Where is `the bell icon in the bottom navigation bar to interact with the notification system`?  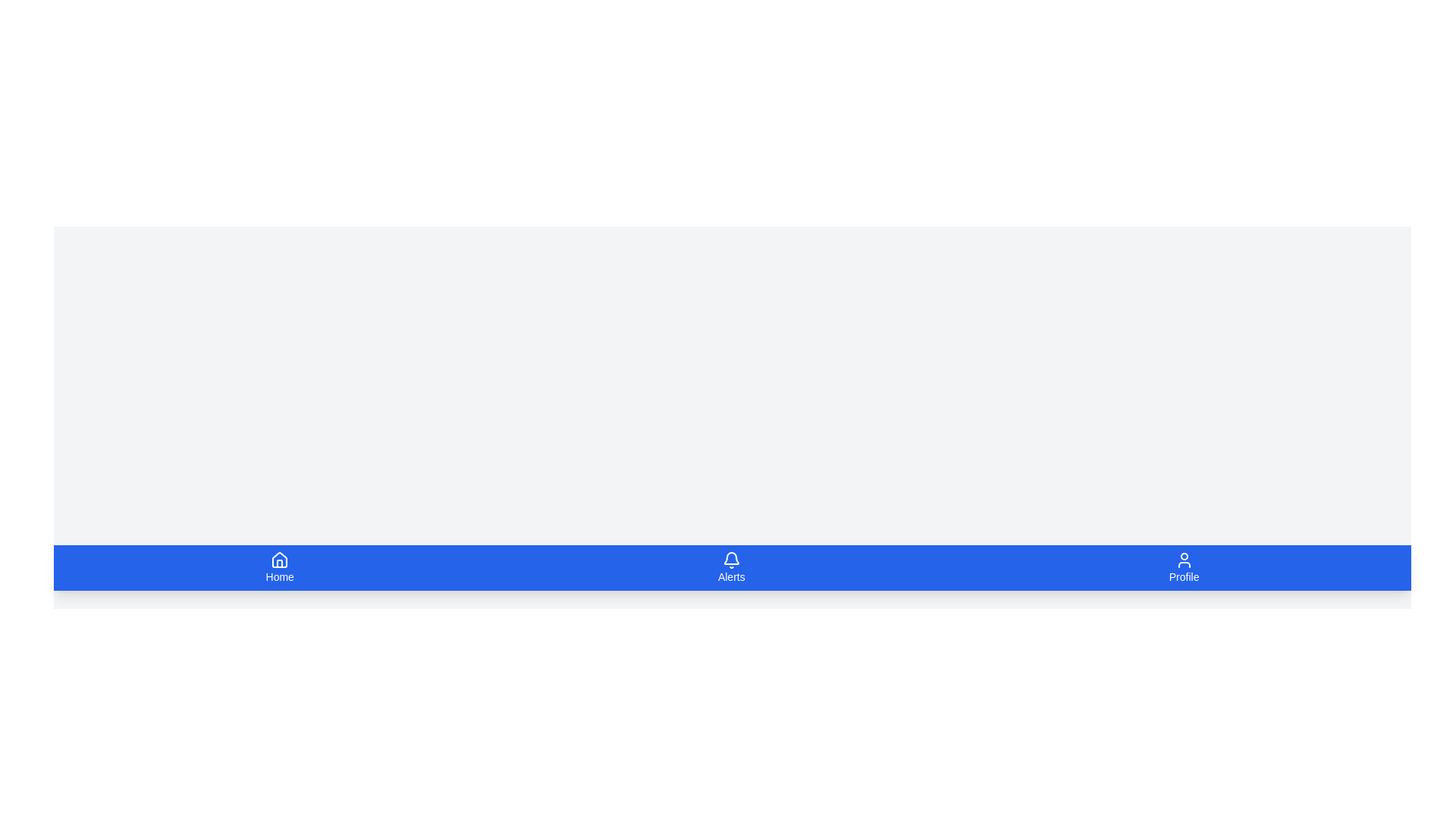 the bell icon in the bottom navigation bar to interact with the notification system is located at coordinates (731, 558).